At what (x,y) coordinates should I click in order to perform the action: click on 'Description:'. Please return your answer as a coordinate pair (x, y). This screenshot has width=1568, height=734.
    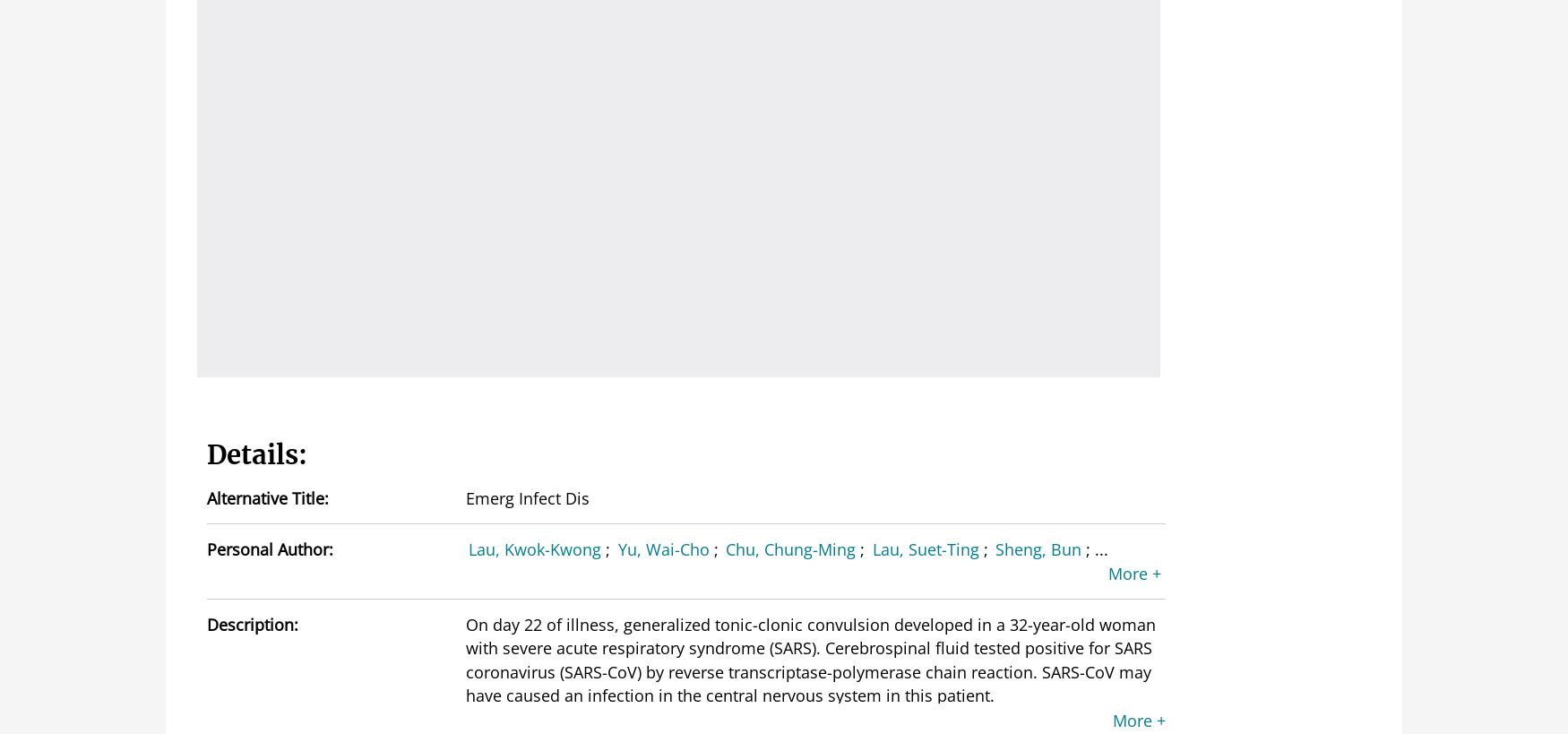
    Looking at the image, I should click on (207, 623).